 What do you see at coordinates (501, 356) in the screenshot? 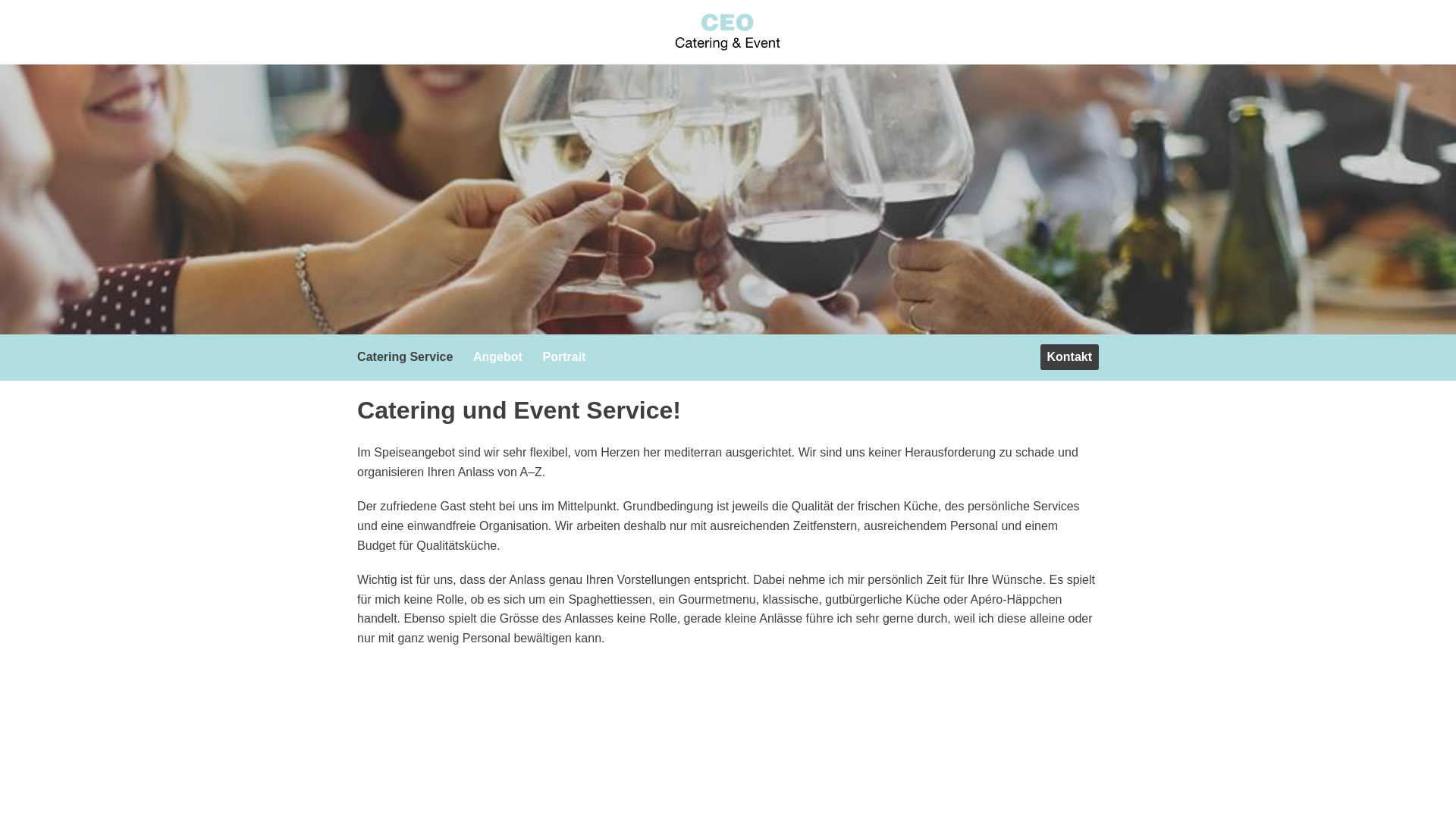
I see `'Angebot'` at bounding box center [501, 356].